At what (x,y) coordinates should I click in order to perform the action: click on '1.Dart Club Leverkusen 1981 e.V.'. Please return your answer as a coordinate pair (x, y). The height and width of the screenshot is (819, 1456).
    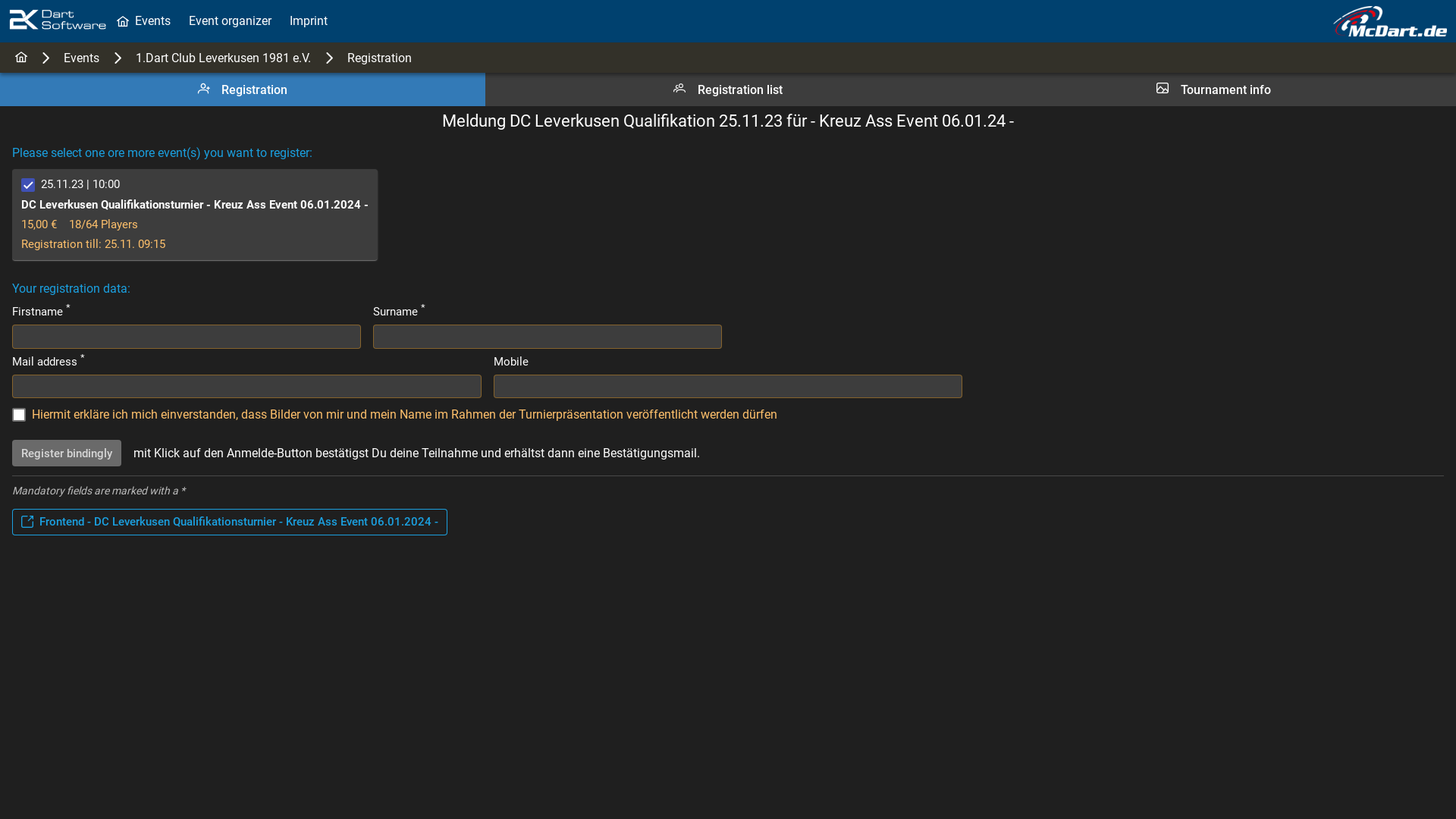
    Looking at the image, I should click on (222, 56).